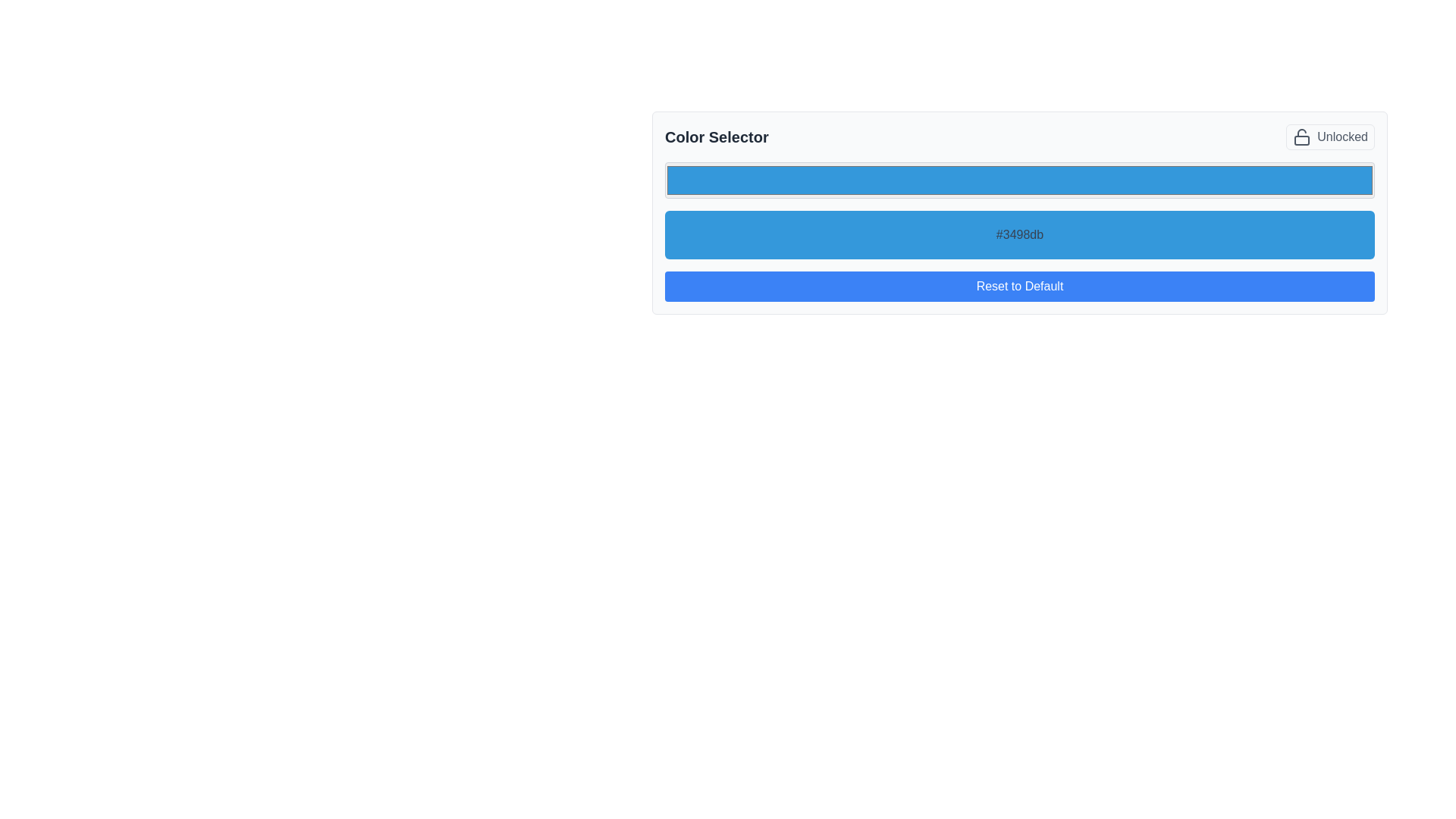 This screenshot has height=819, width=1456. Describe the element at coordinates (1019, 227) in the screenshot. I see `text content of the text node displaying the string '#3498db', which is centered horizontally within a blue background and located beneath the title 'Color Selector'` at that location.